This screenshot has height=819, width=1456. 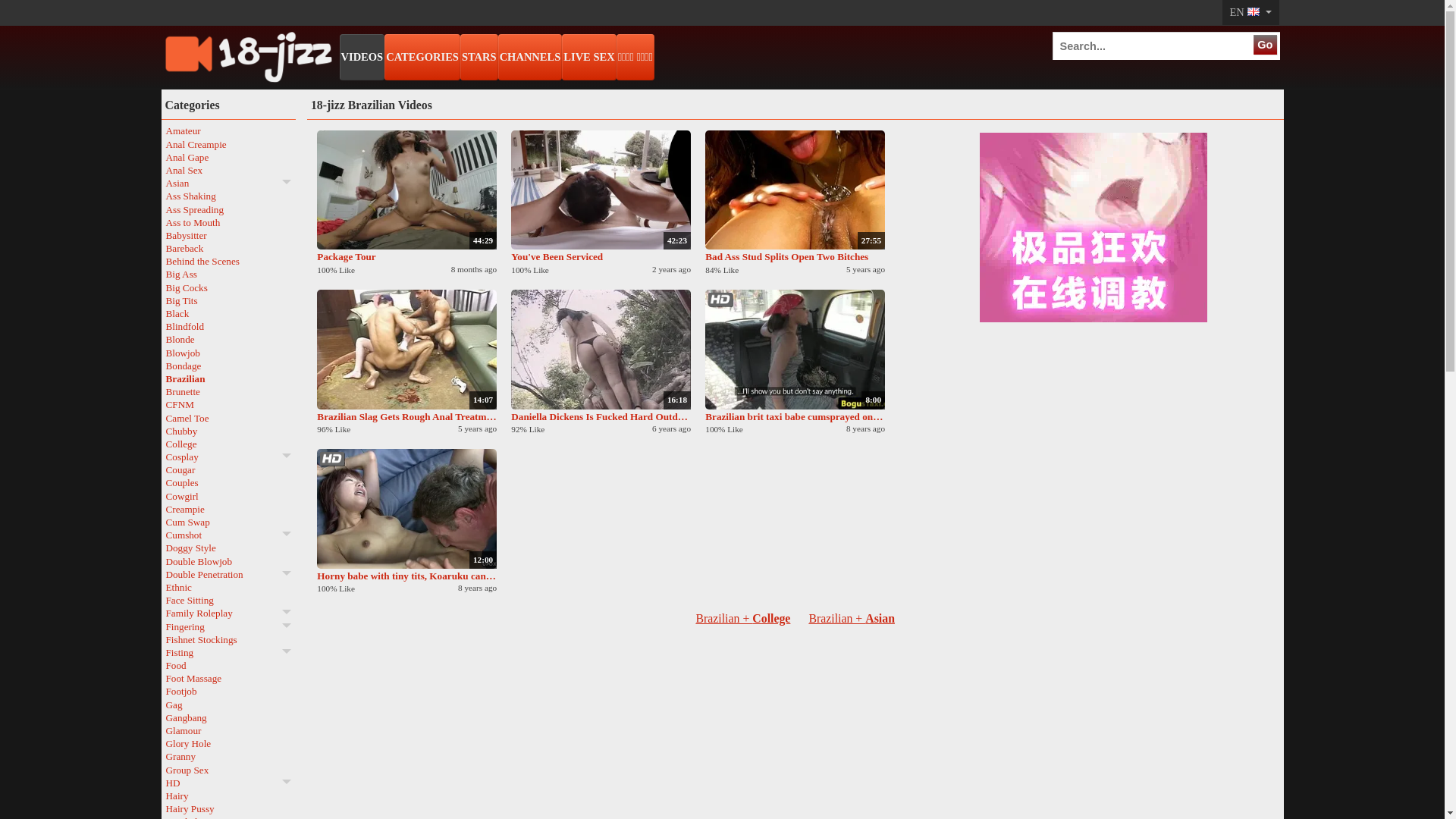 What do you see at coordinates (165, 209) in the screenshot?
I see `'Ass Spreading'` at bounding box center [165, 209].